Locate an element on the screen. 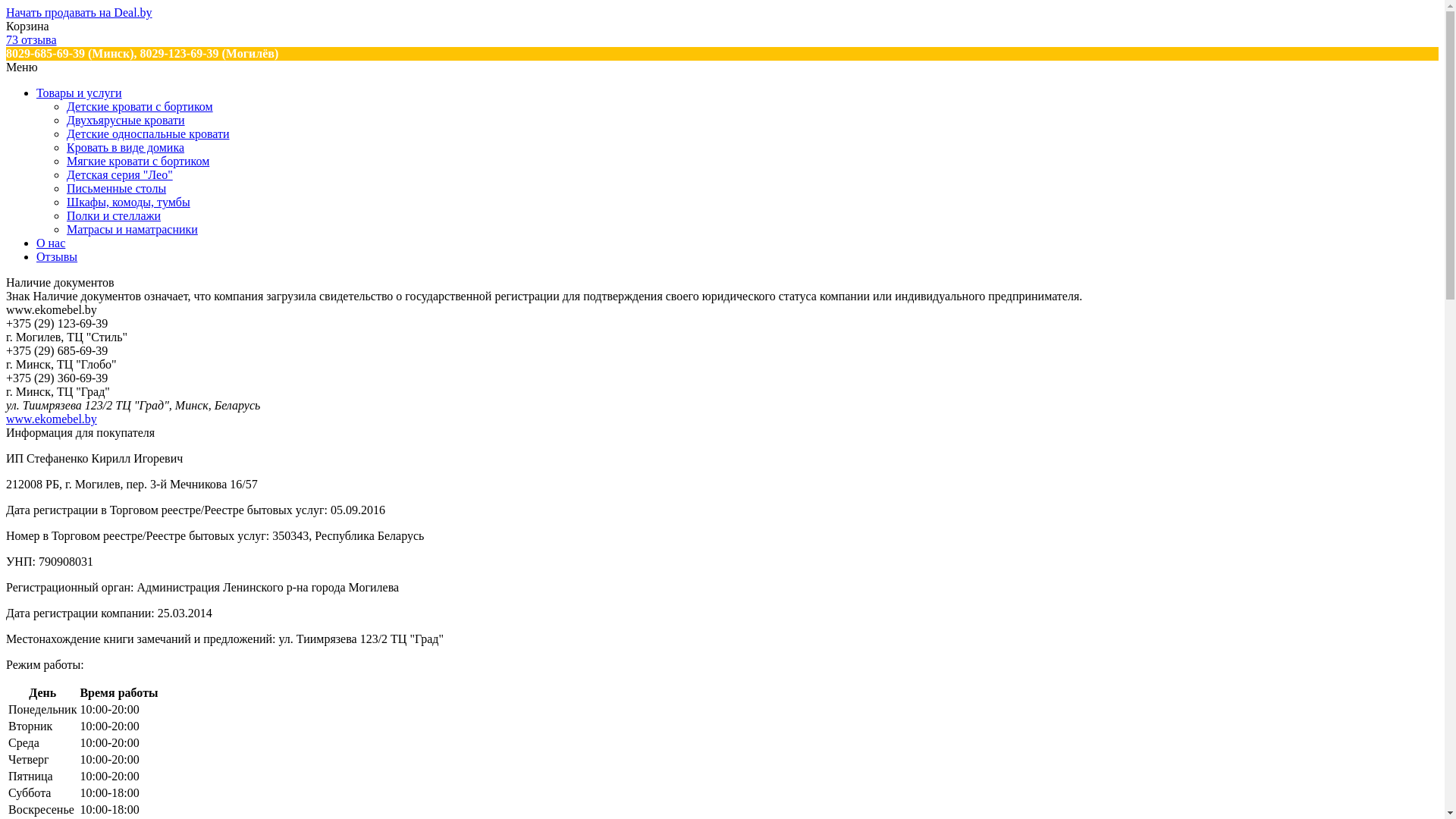 Image resolution: width=1456 pixels, height=819 pixels. 'www.ekomebel.by' is located at coordinates (6, 419).